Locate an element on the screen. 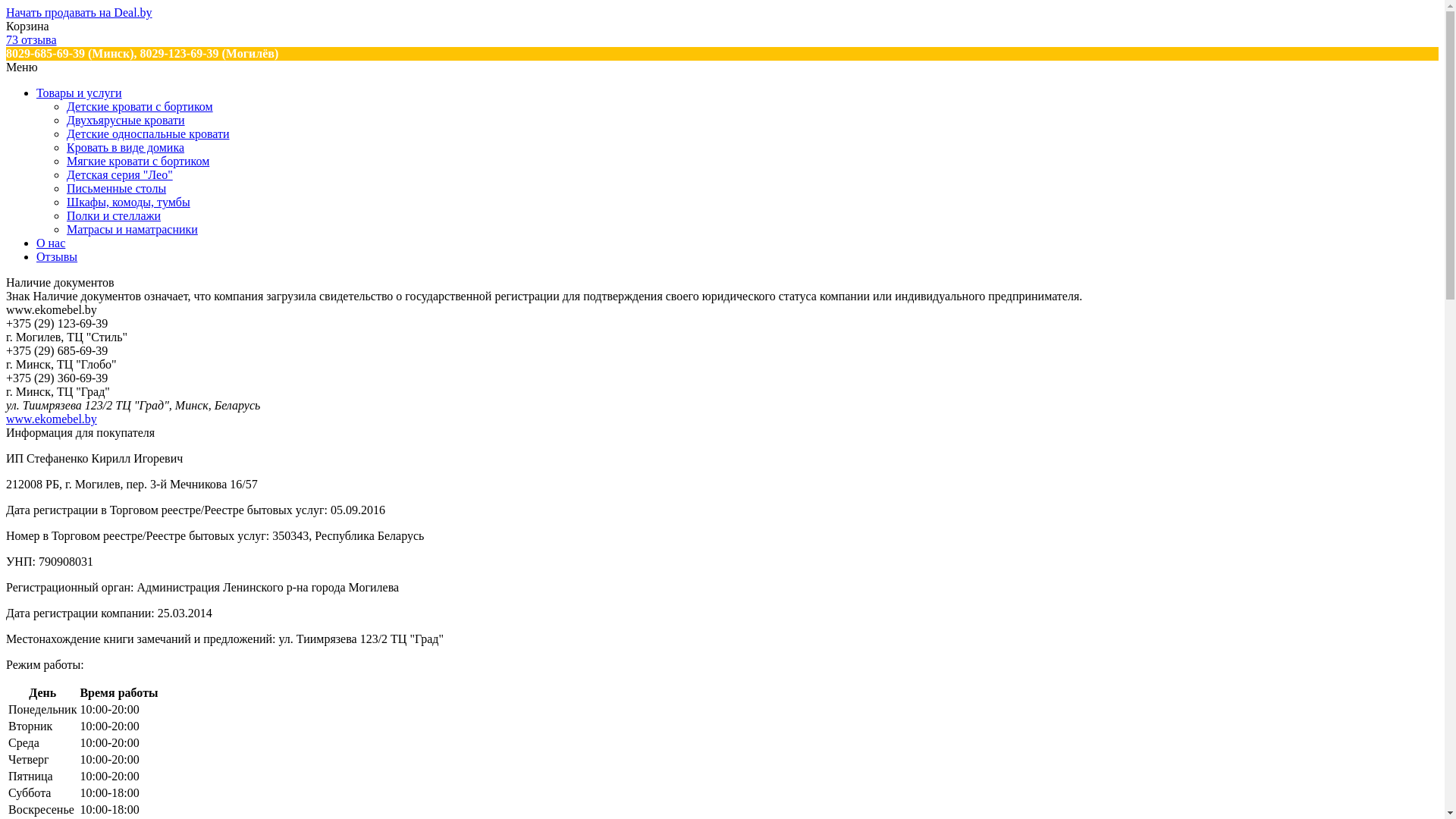 Image resolution: width=1456 pixels, height=819 pixels. 'www.ekomebel.by' is located at coordinates (6, 419).